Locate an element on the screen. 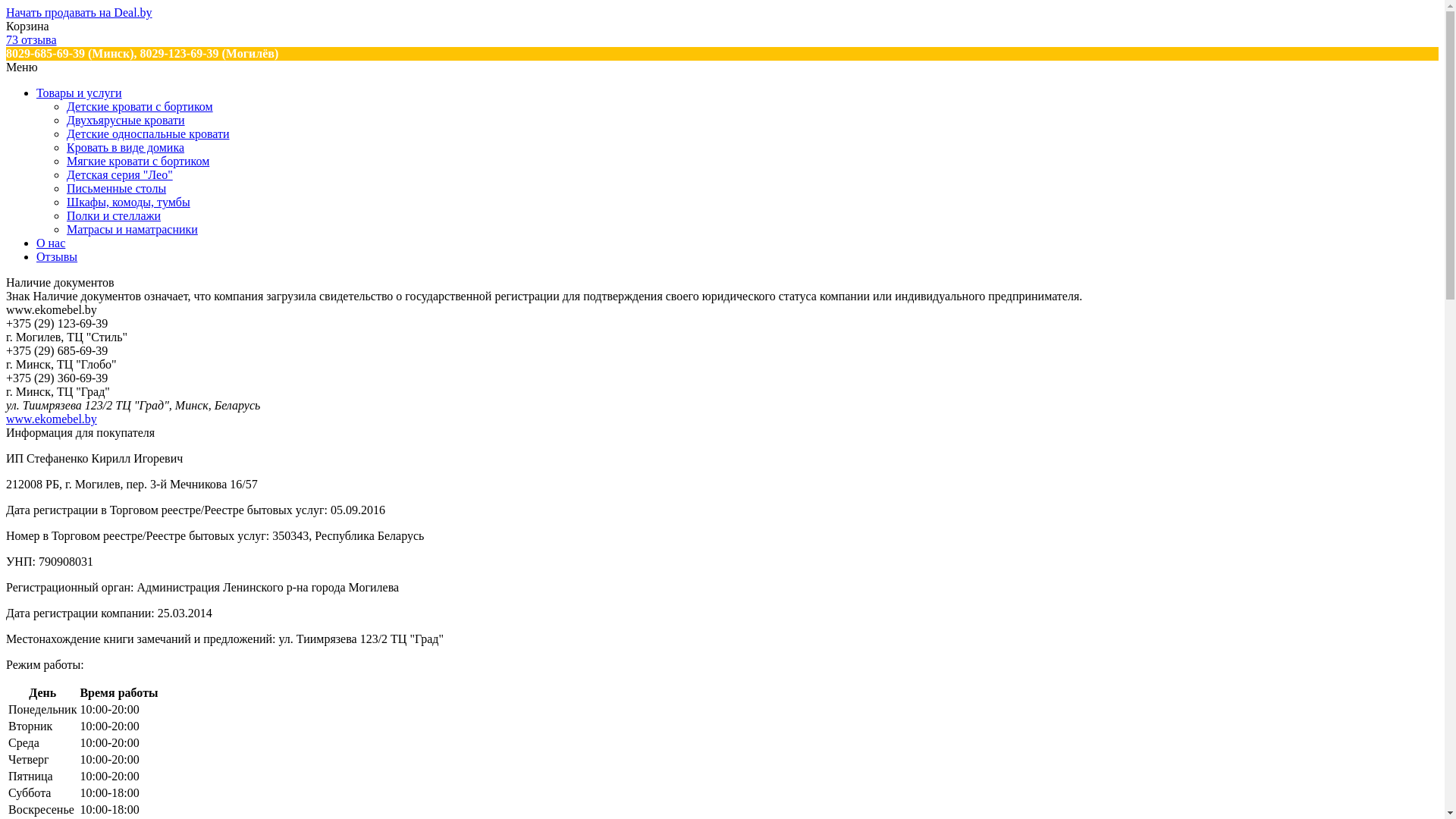 Image resolution: width=1456 pixels, height=819 pixels. 'www.ekomebel.by' is located at coordinates (6, 419).